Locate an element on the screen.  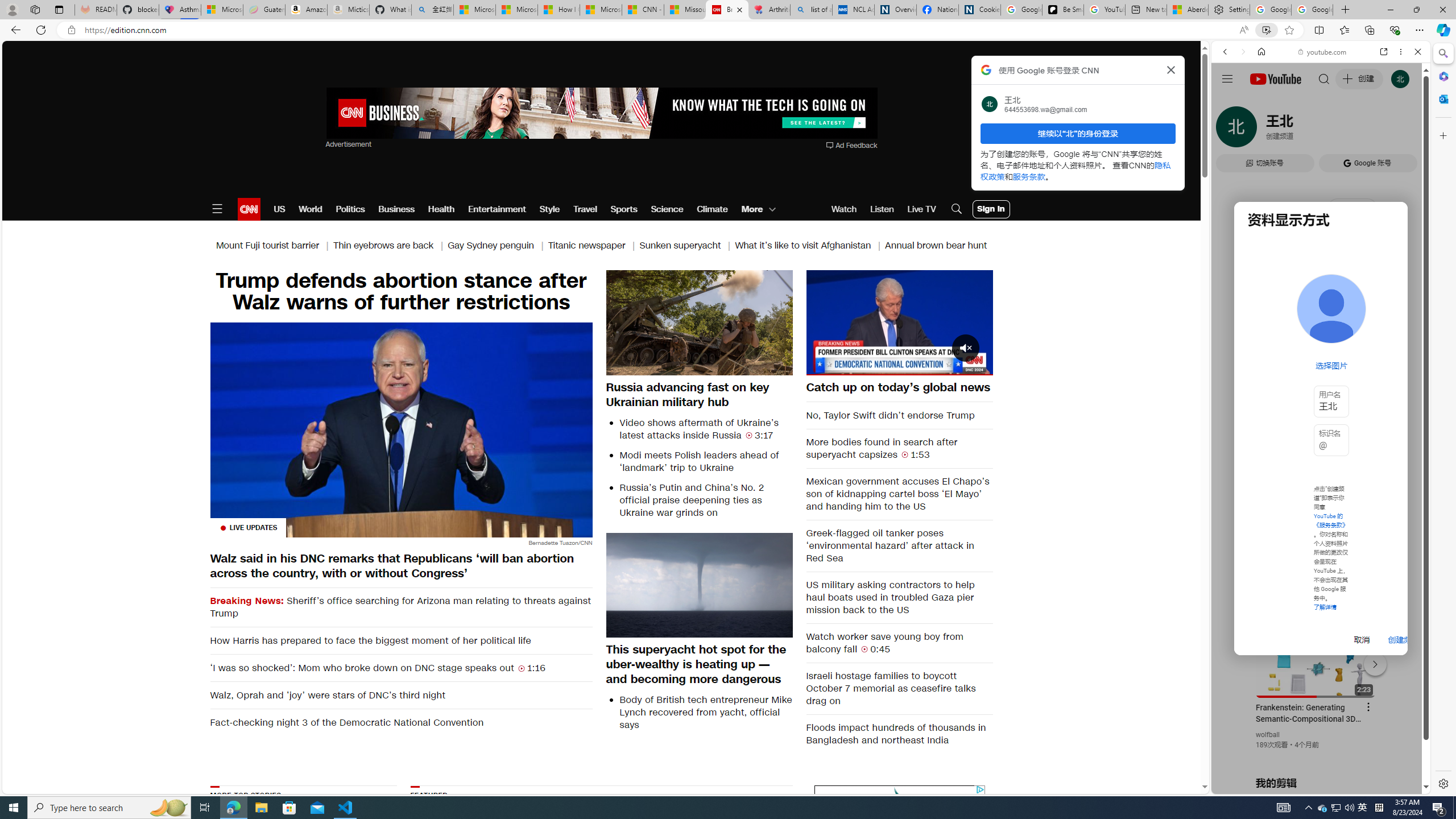
'More bodies found in search after superyacht capsizes 1:53' is located at coordinates (899, 448).